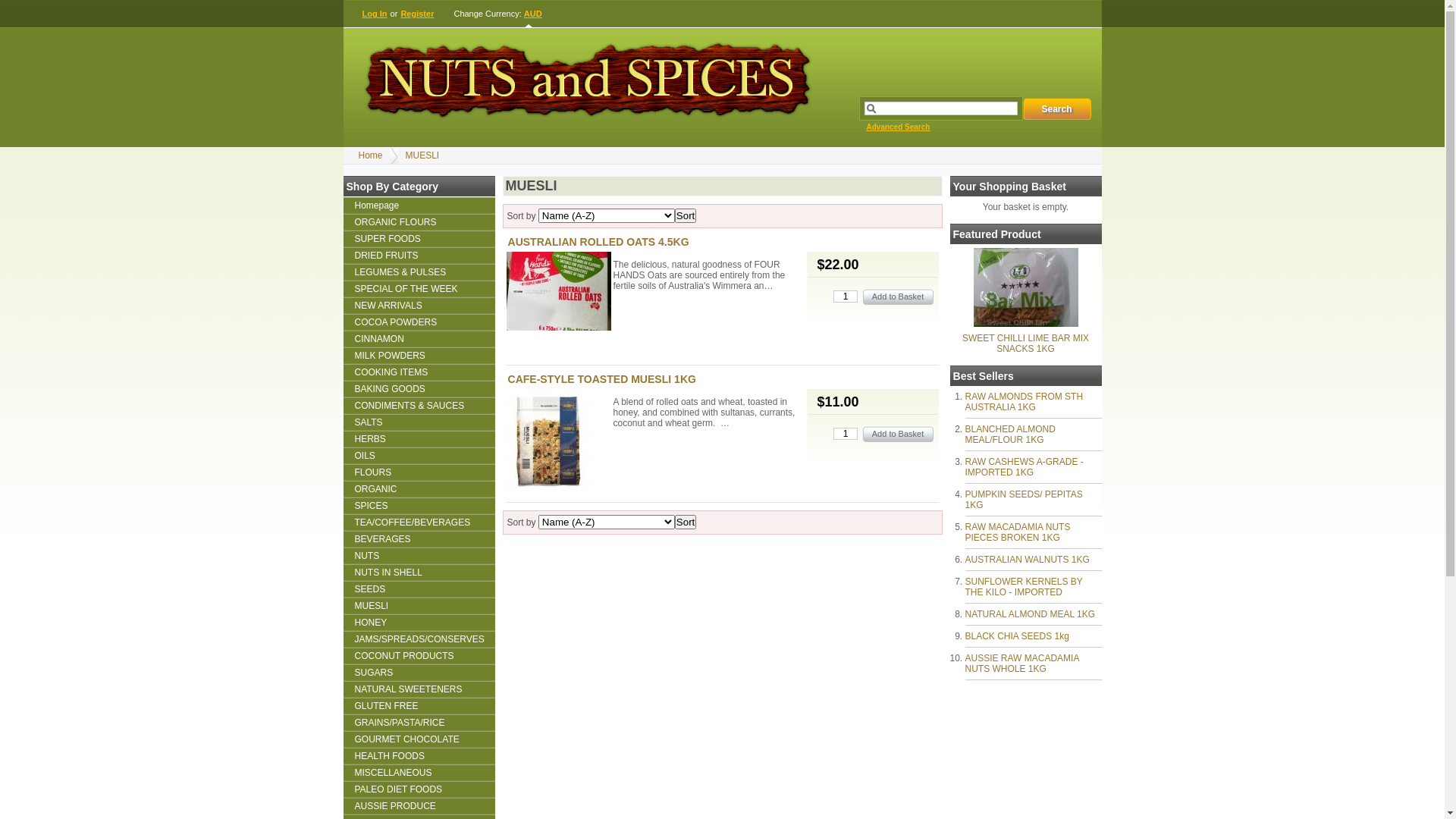  Describe the element at coordinates (898, 434) in the screenshot. I see `'Add to Basket'` at that location.